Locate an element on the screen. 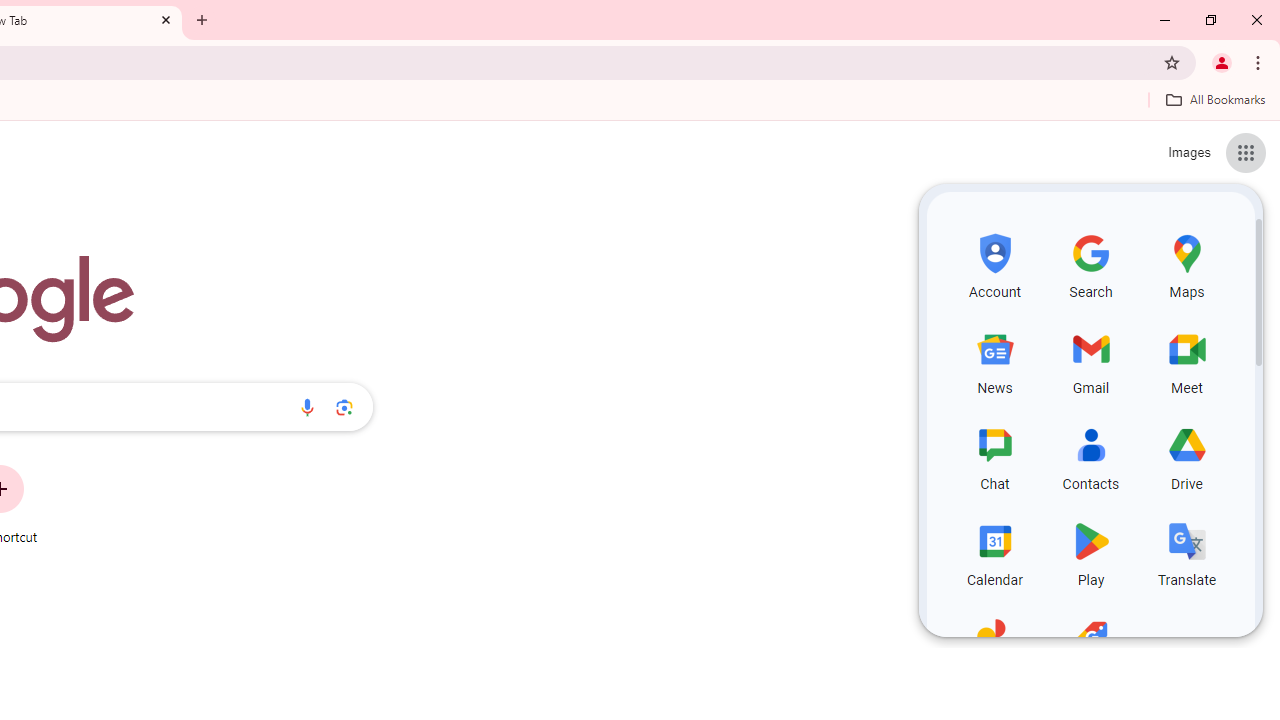 The height and width of the screenshot is (720, 1280). 'Drive, row 3 of 5 and column 3 of 3 in the first section' is located at coordinates (1187, 456).